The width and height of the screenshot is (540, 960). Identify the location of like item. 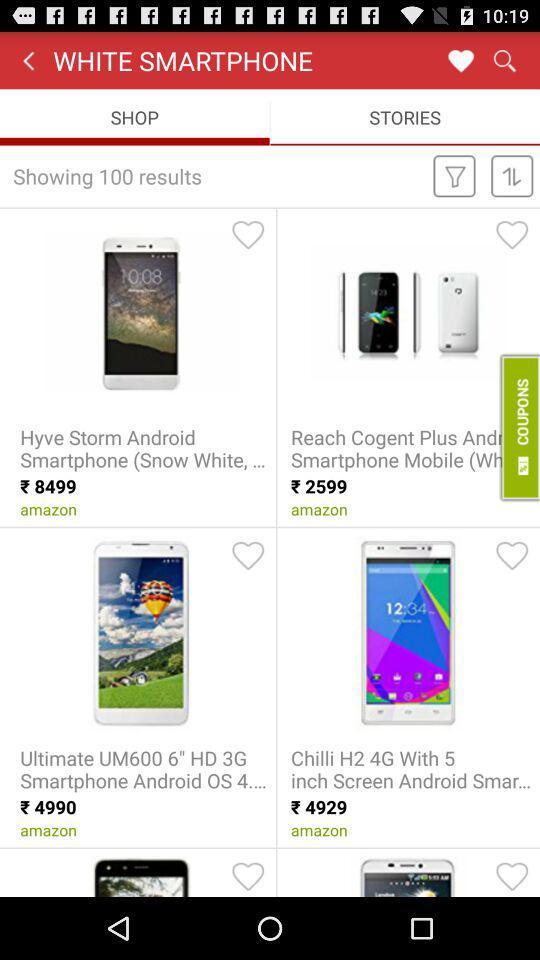
(248, 875).